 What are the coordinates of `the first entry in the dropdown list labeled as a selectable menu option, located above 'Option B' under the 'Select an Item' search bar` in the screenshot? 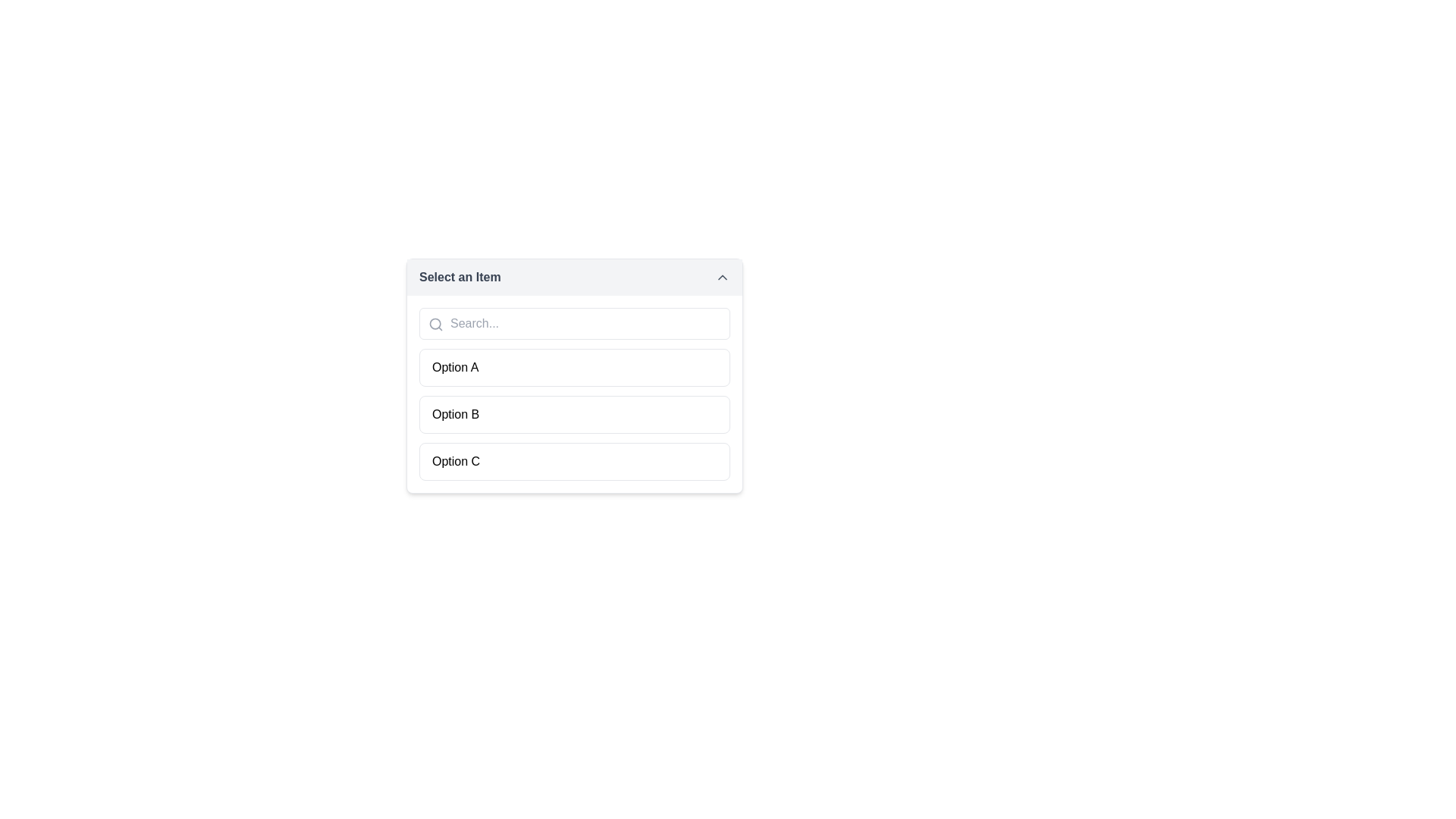 It's located at (454, 368).